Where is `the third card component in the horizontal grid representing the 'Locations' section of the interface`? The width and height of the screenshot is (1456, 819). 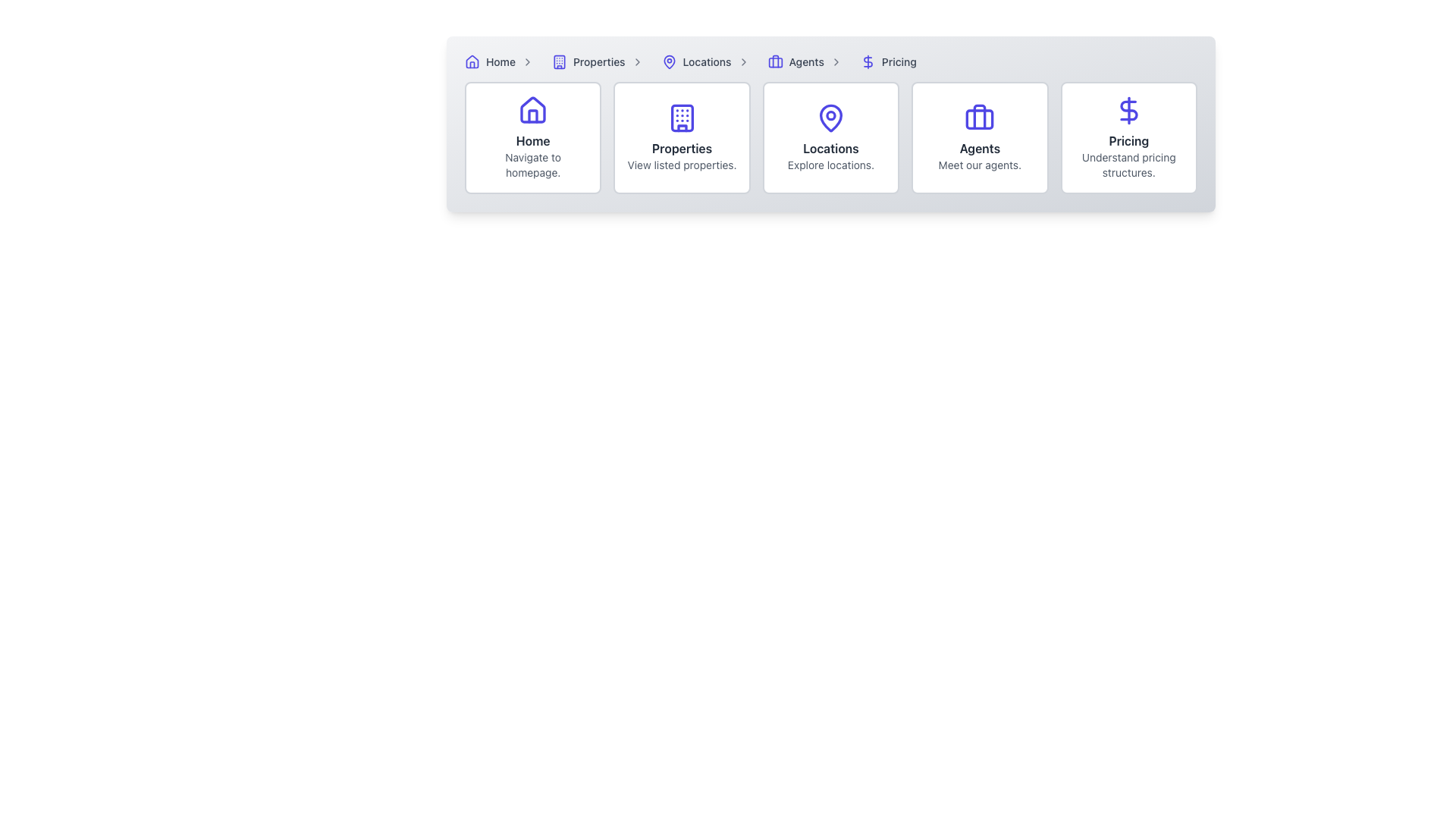
the third card component in the horizontal grid representing the 'Locations' section of the interface is located at coordinates (830, 137).